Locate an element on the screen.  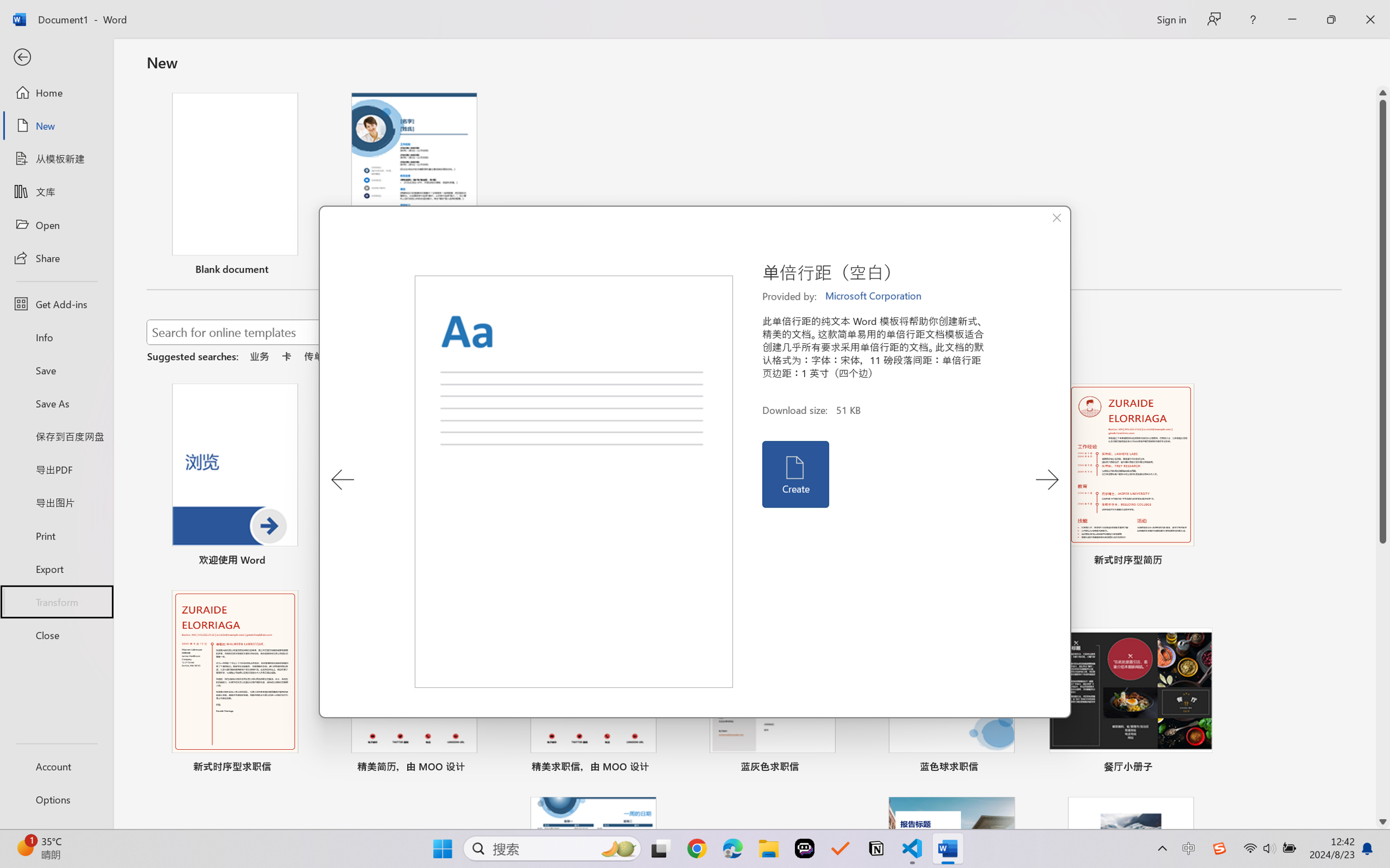
'Create' is located at coordinates (794, 474).